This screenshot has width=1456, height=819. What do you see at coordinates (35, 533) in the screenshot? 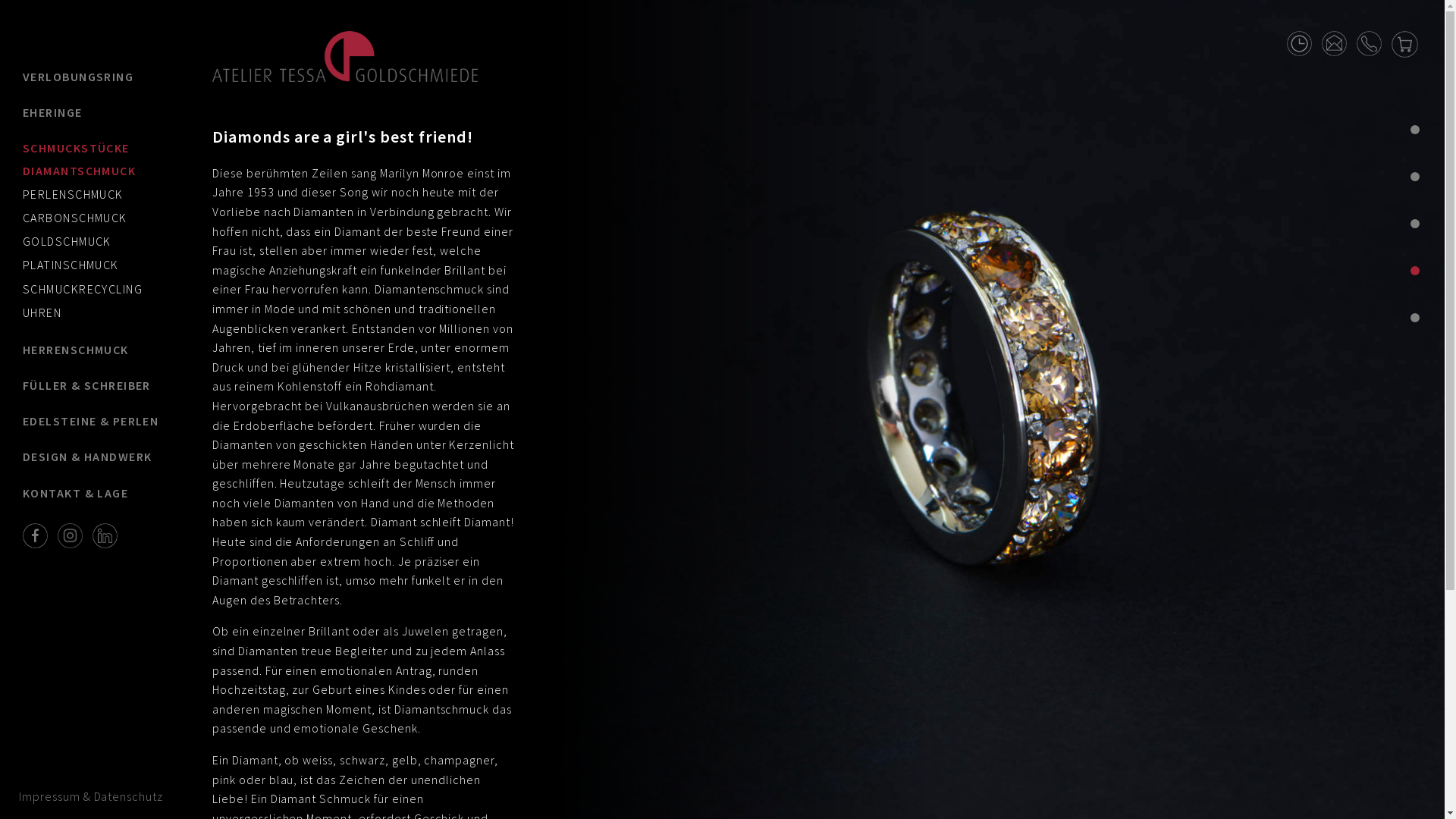
I see `'Facebook'` at bounding box center [35, 533].